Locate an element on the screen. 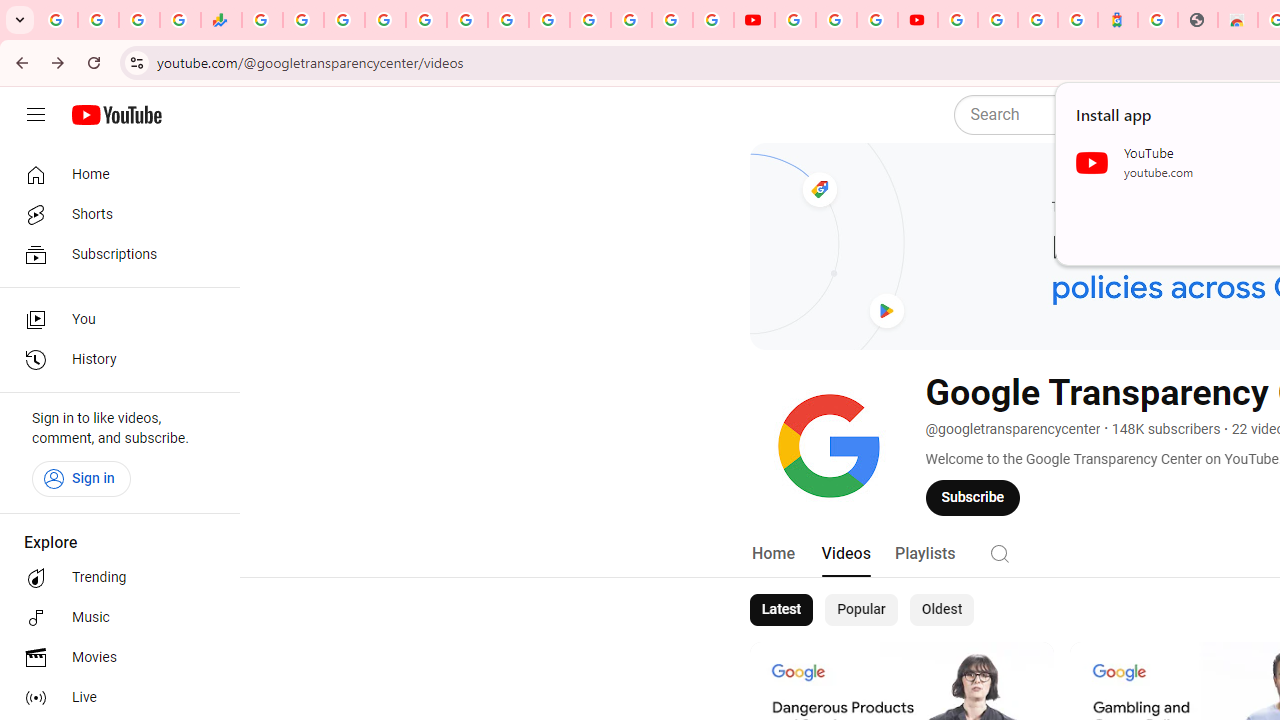 Image resolution: width=1280 pixels, height=720 pixels. 'Google Account Help' is located at coordinates (836, 20).